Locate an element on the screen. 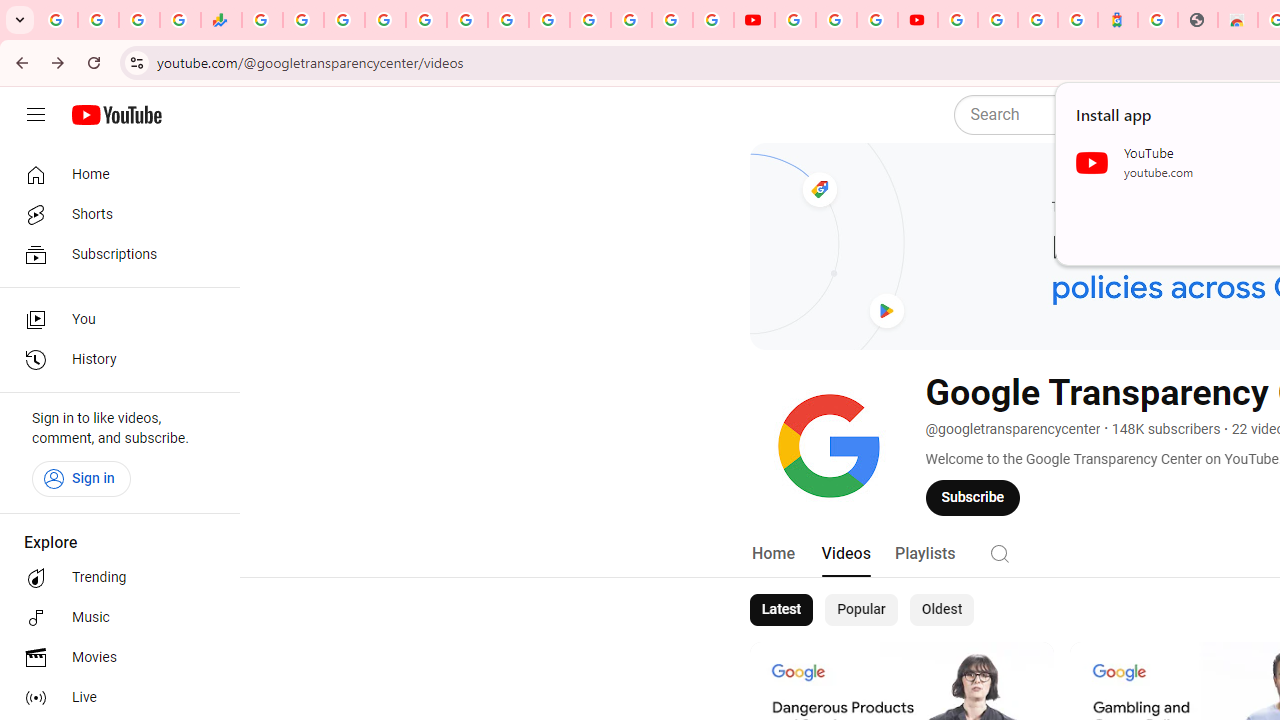 Image resolution: width=1280 pixels, height=720 pixels. 'Google Account Help' is located at coordinates (836, 20).